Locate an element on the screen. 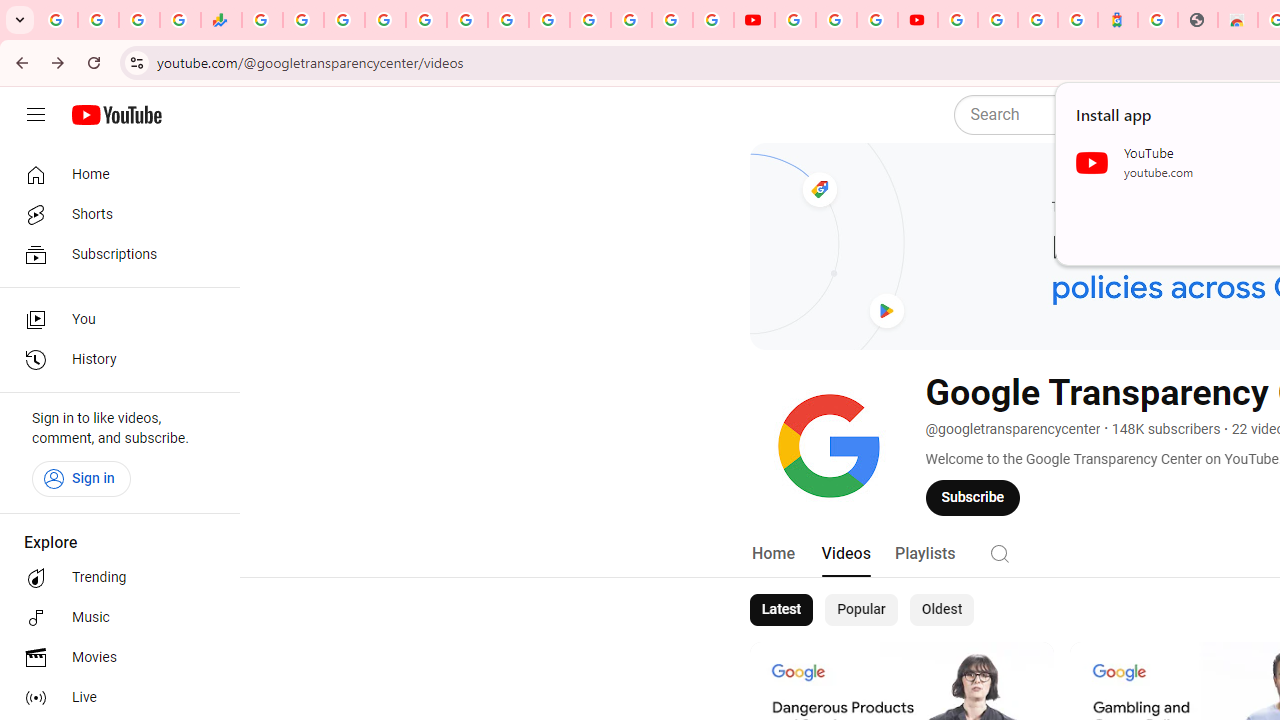 Image resolution: width=1280 pixels, height=720 pixels. 'Google Account Help' is located at coordinates (836, 20).